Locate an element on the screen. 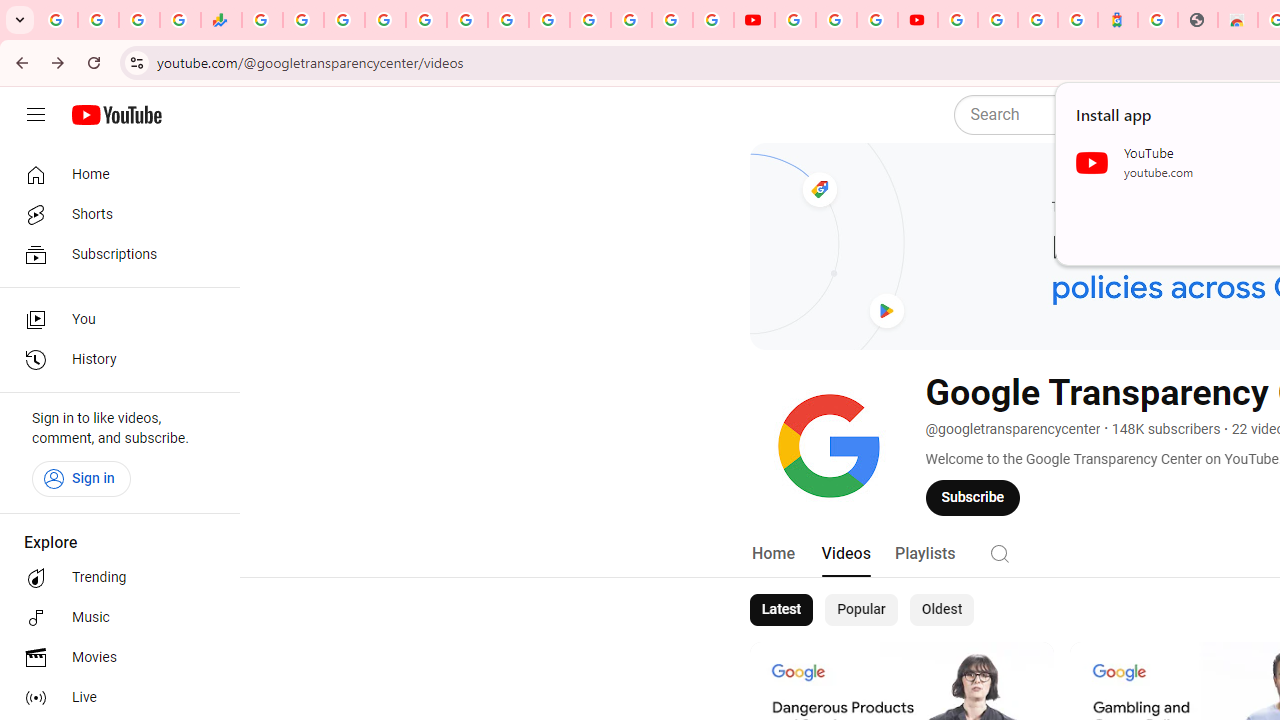 Image resolution: width=1280 pixels, height=720 pixels. 'Google Account Help' is located at coordinates (836, 20).